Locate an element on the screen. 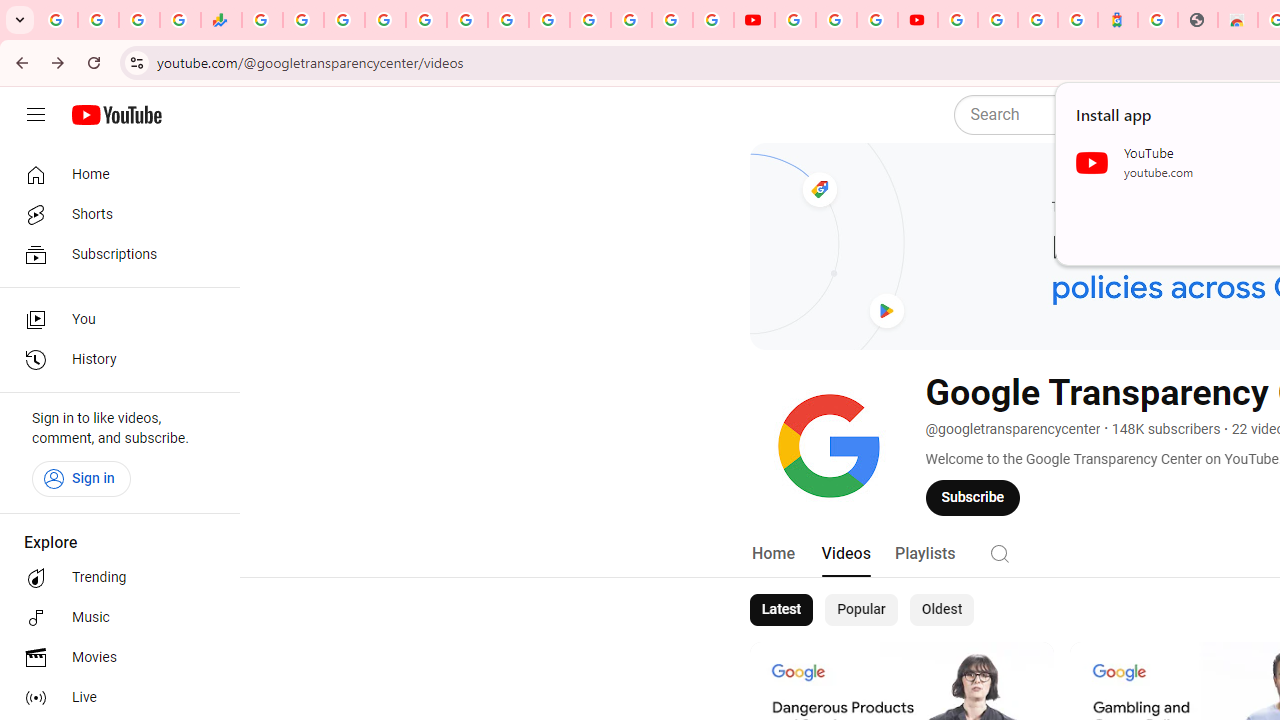 Image resolution: width=1280 pixels, height=720 pixels. 'Google Account Help' is located at coordinates (836, 20).